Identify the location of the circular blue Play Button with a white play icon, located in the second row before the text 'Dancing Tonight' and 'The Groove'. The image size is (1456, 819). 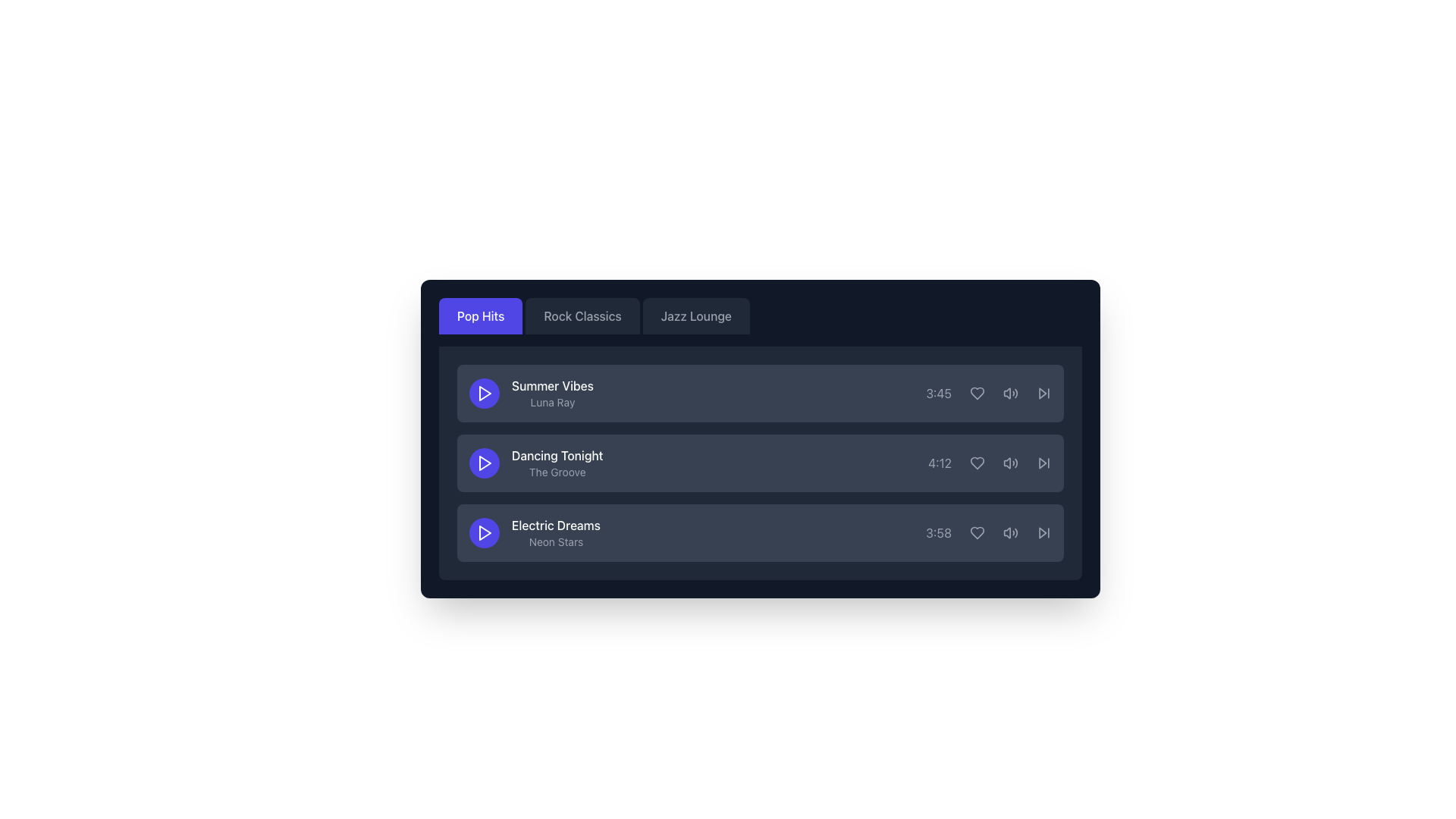
(483, 462).